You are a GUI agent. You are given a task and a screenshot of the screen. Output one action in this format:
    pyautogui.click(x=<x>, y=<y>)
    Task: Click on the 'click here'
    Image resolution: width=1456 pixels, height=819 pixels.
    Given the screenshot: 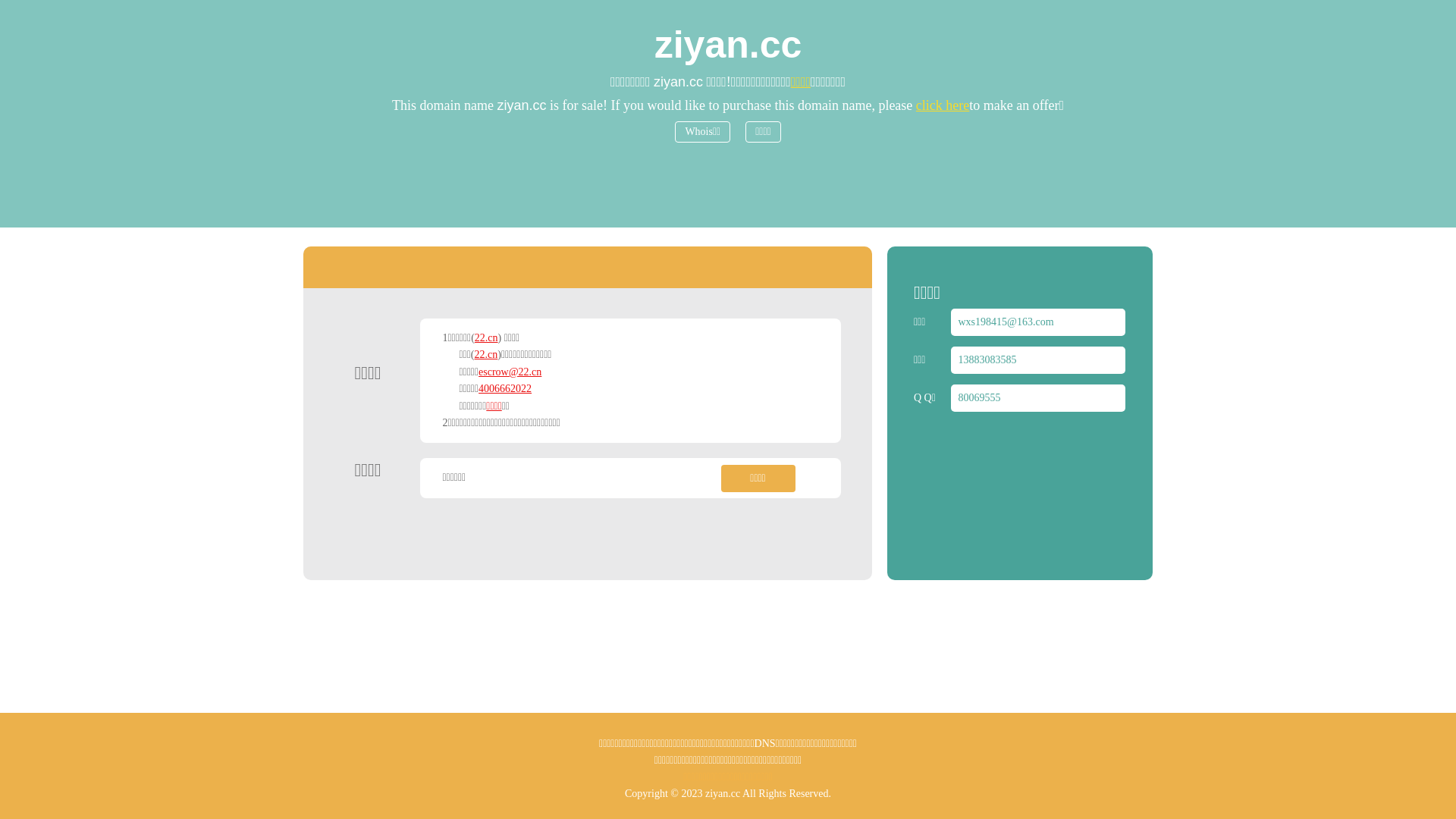 What is the action you would take?
    pyautogui.click(x=942, y=104)
    